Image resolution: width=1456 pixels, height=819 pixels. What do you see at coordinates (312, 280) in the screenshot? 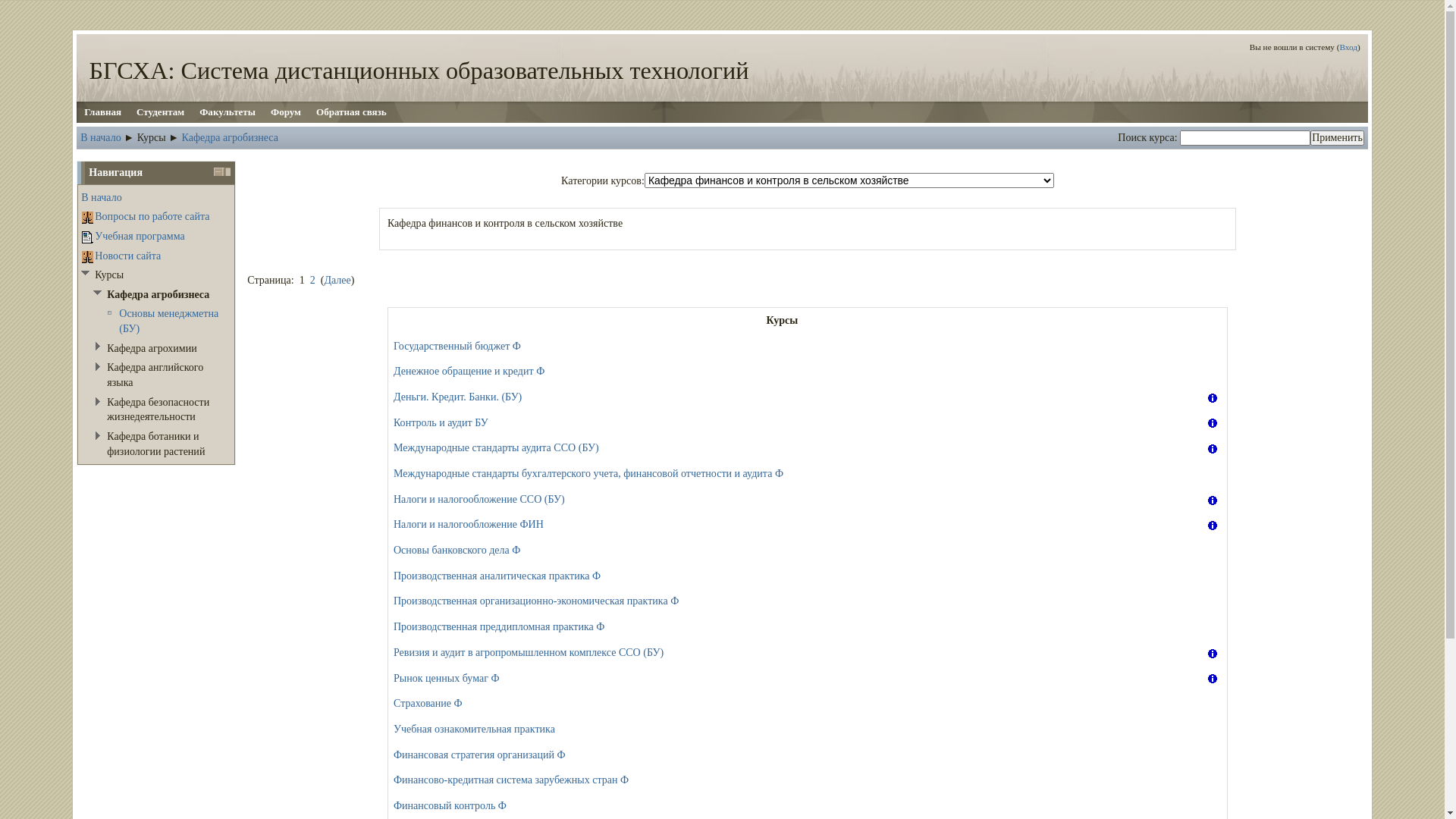
I see `'2'` at bounding box center [312, 280].